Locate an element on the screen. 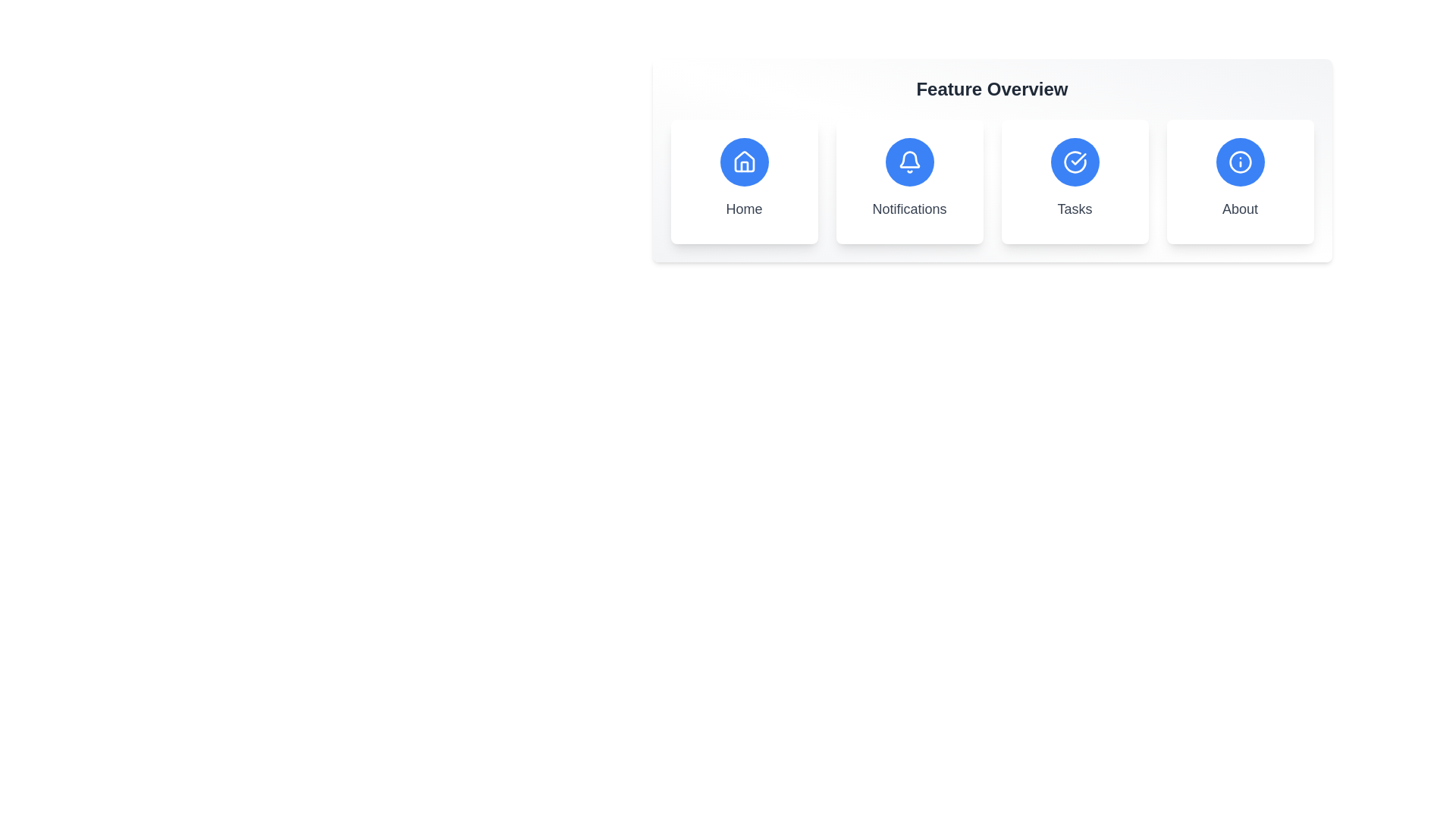 This screenshot has height=819, width=1456. the 'About' static text label, which is styled with medium-bold gray text and located at the bottom center of the fourth card in a row of feature overview sections is located at coordinates (1240, 209).